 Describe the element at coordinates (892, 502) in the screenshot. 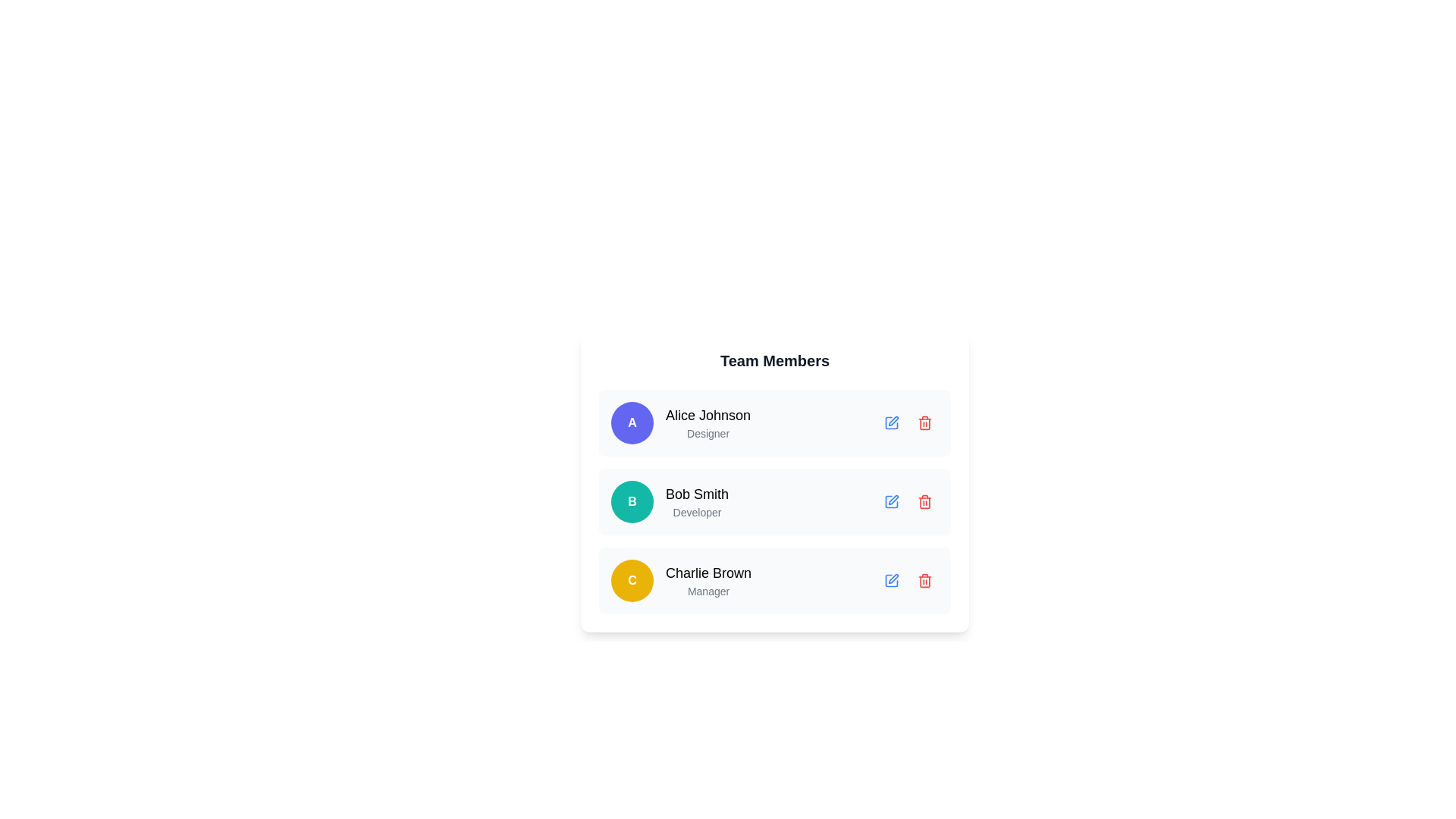

I see `the blue pencil icon button located in the second row under 'Team Members', between 'Bob Smith' and the red trash icon, to initiate the edit action` at that location.